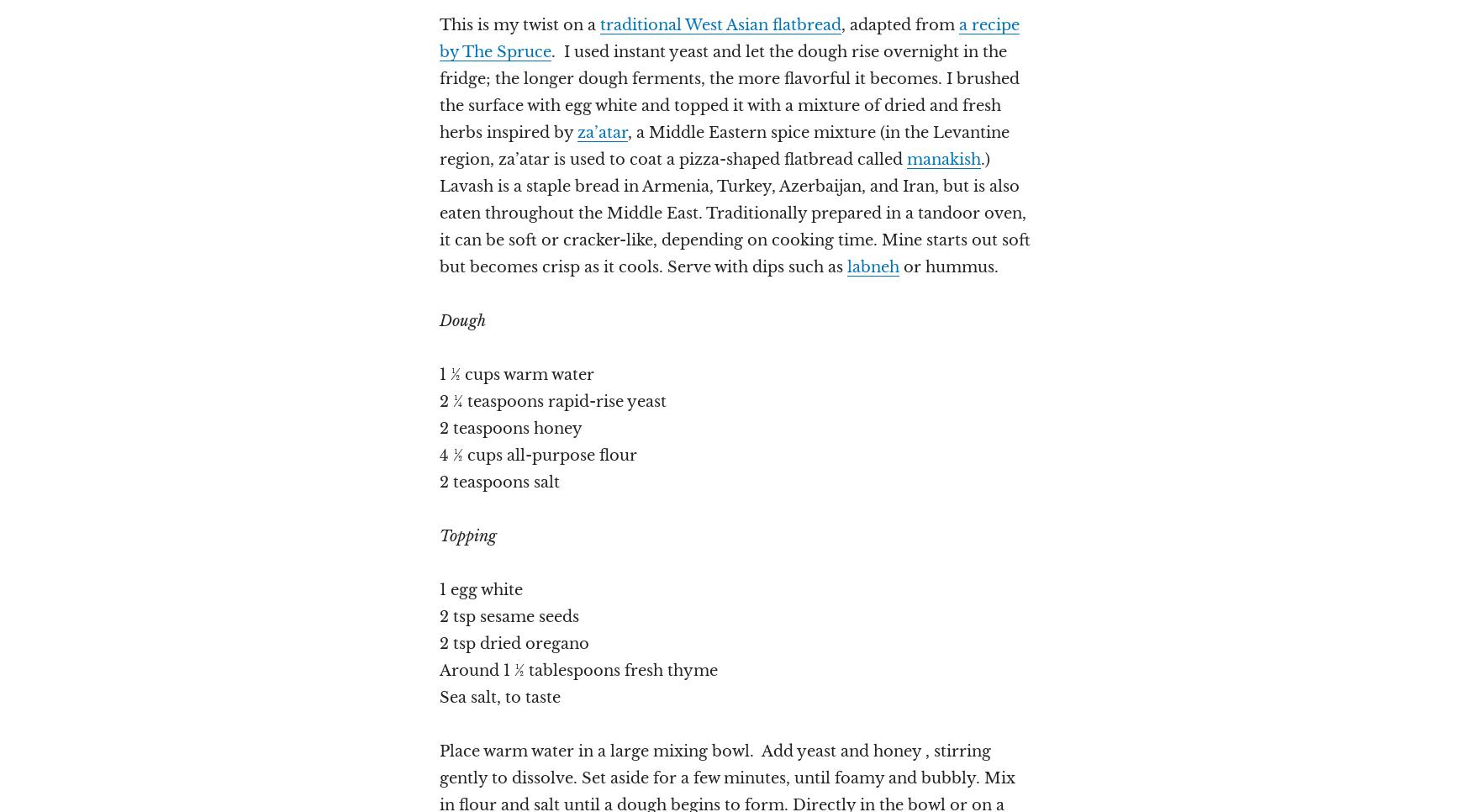 This screenshot has height=812, width=1471. Describe the element at coordinates (725, 145) in the screenshot. I see `', a Middle Eastern spice mixture (in the Levantine region, za’atar is used to coat a pizza-shaped flatbread called'` at that location.